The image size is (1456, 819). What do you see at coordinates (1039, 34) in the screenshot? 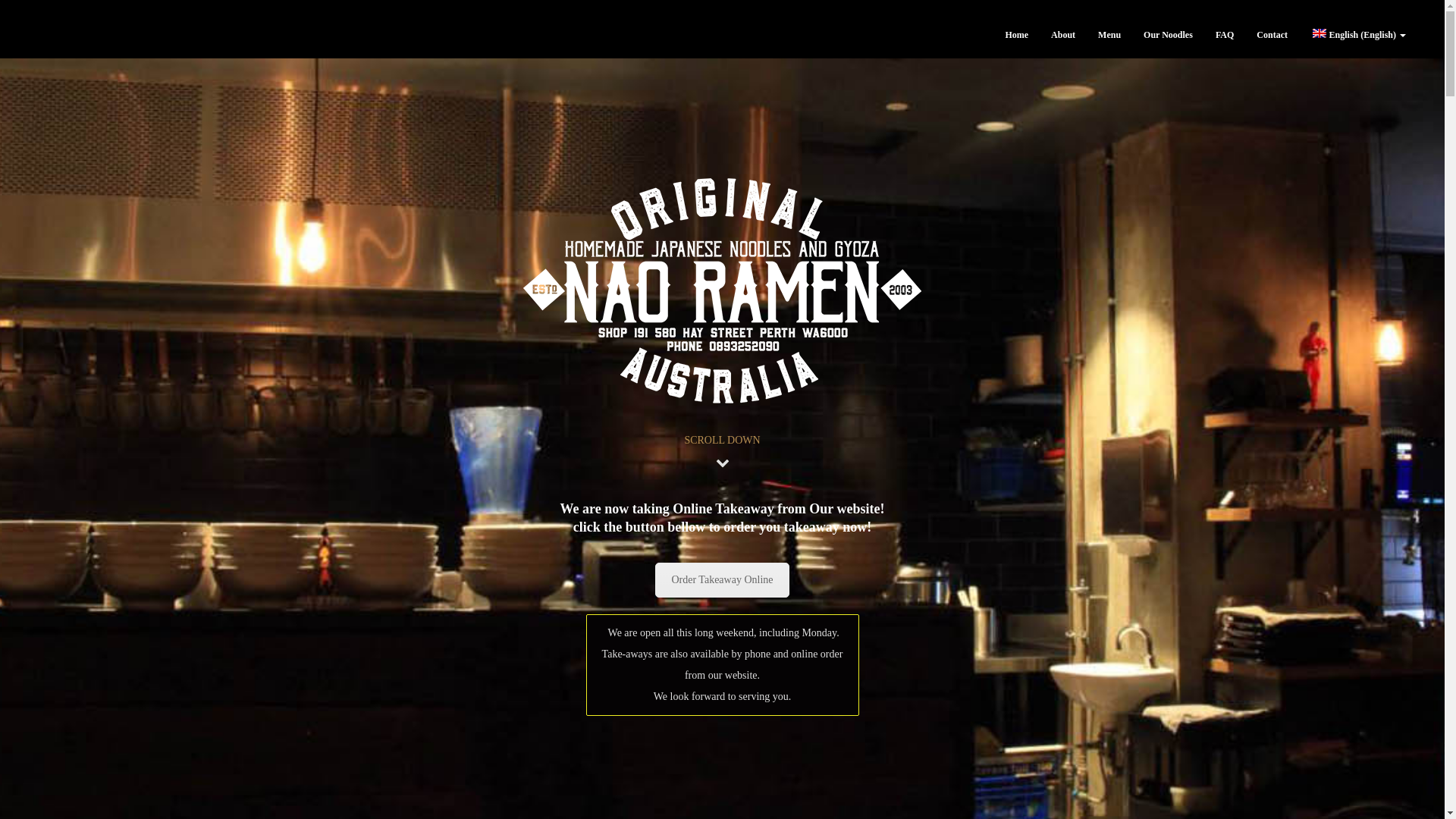
I see `'About'` at bounding box center [1039, 34].